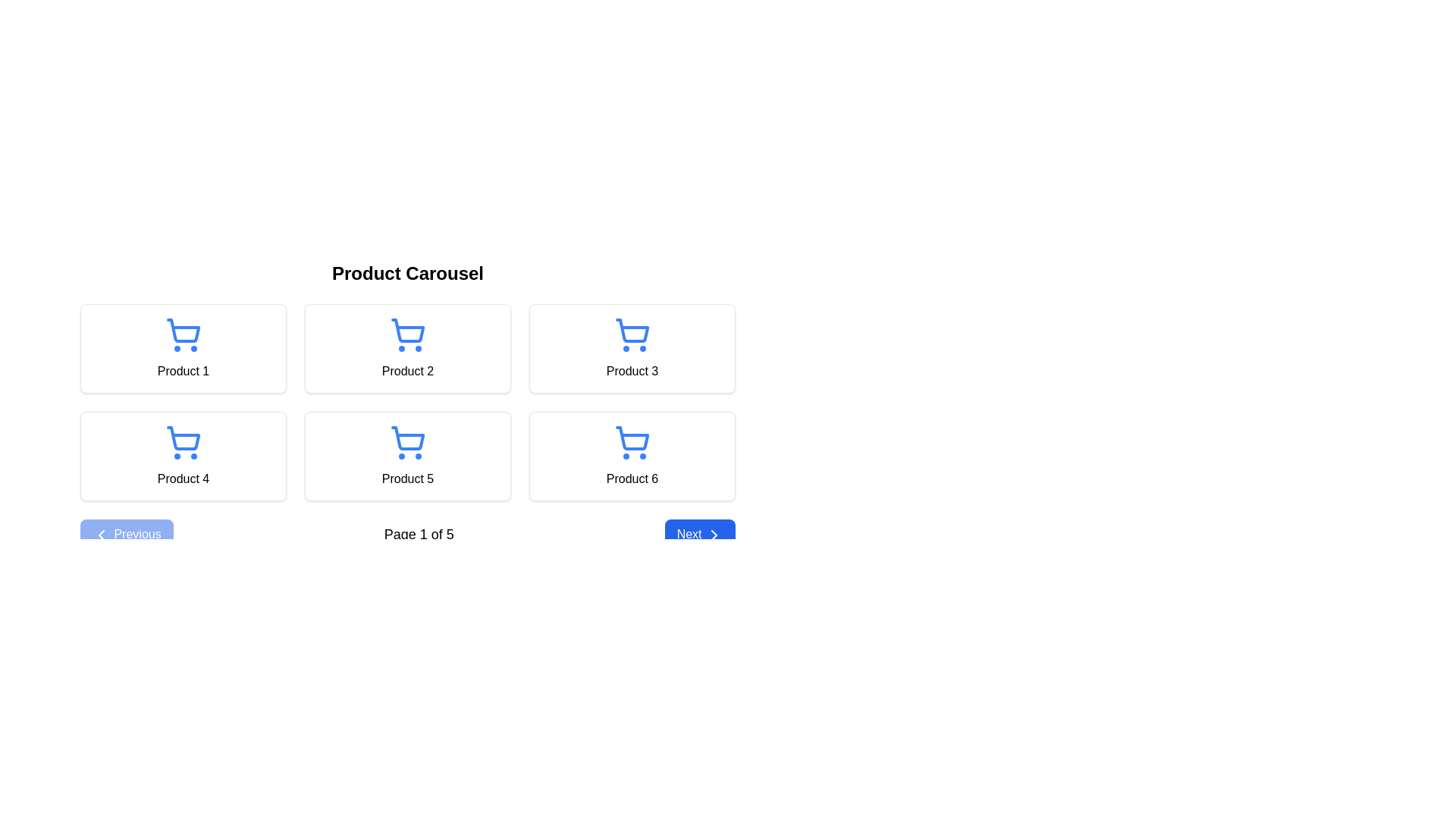  What do you see at coordinates (407, 371) in the screenshot?
I see `the product title text label, which is positioned in the middle column of the first row in a grid layout, serving as the name or category for the associated product` at bounding box center [407, 371].